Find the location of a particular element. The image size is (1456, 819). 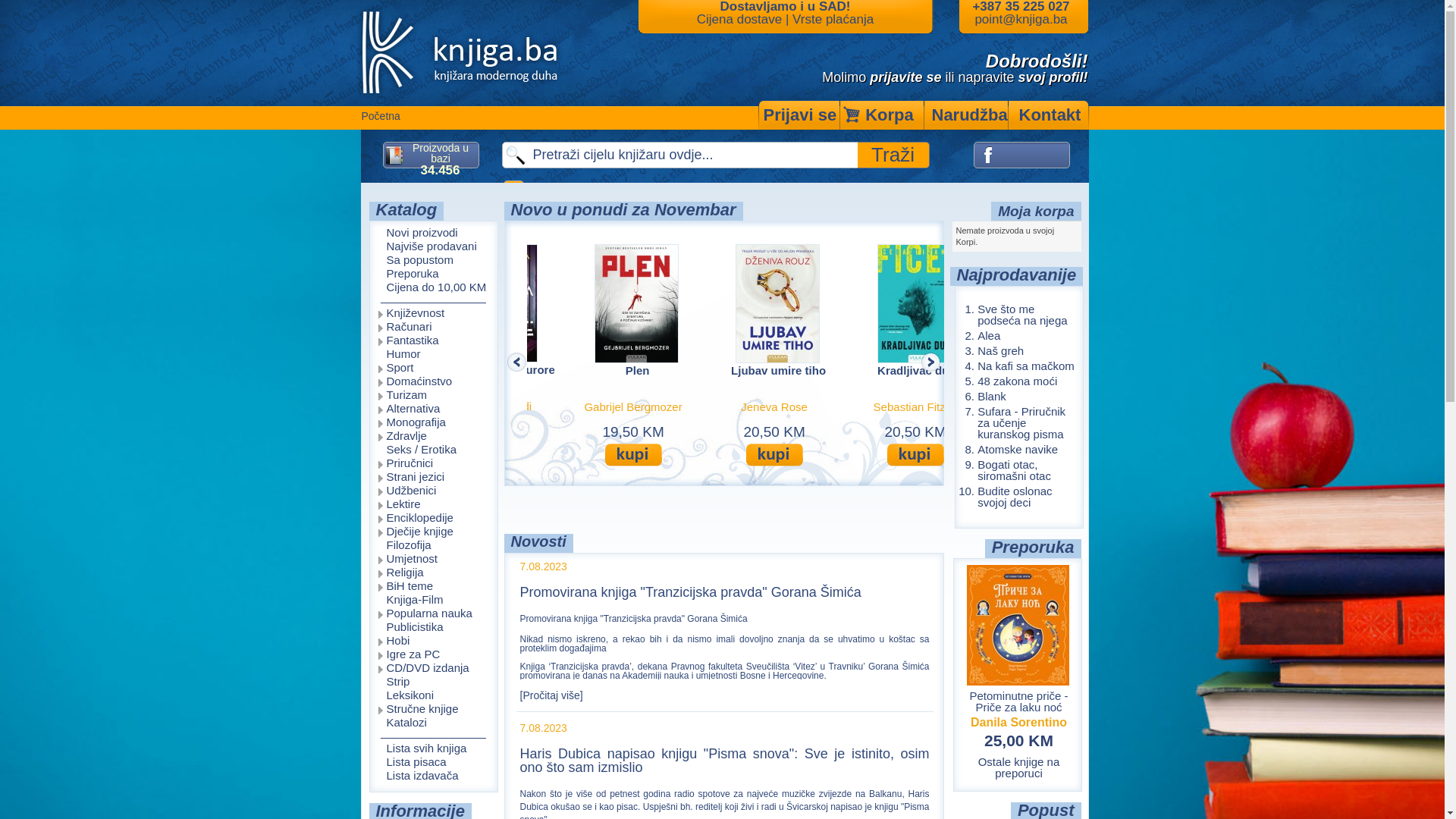

'Lista svih knjiga' is located at coordinates (368, 748).